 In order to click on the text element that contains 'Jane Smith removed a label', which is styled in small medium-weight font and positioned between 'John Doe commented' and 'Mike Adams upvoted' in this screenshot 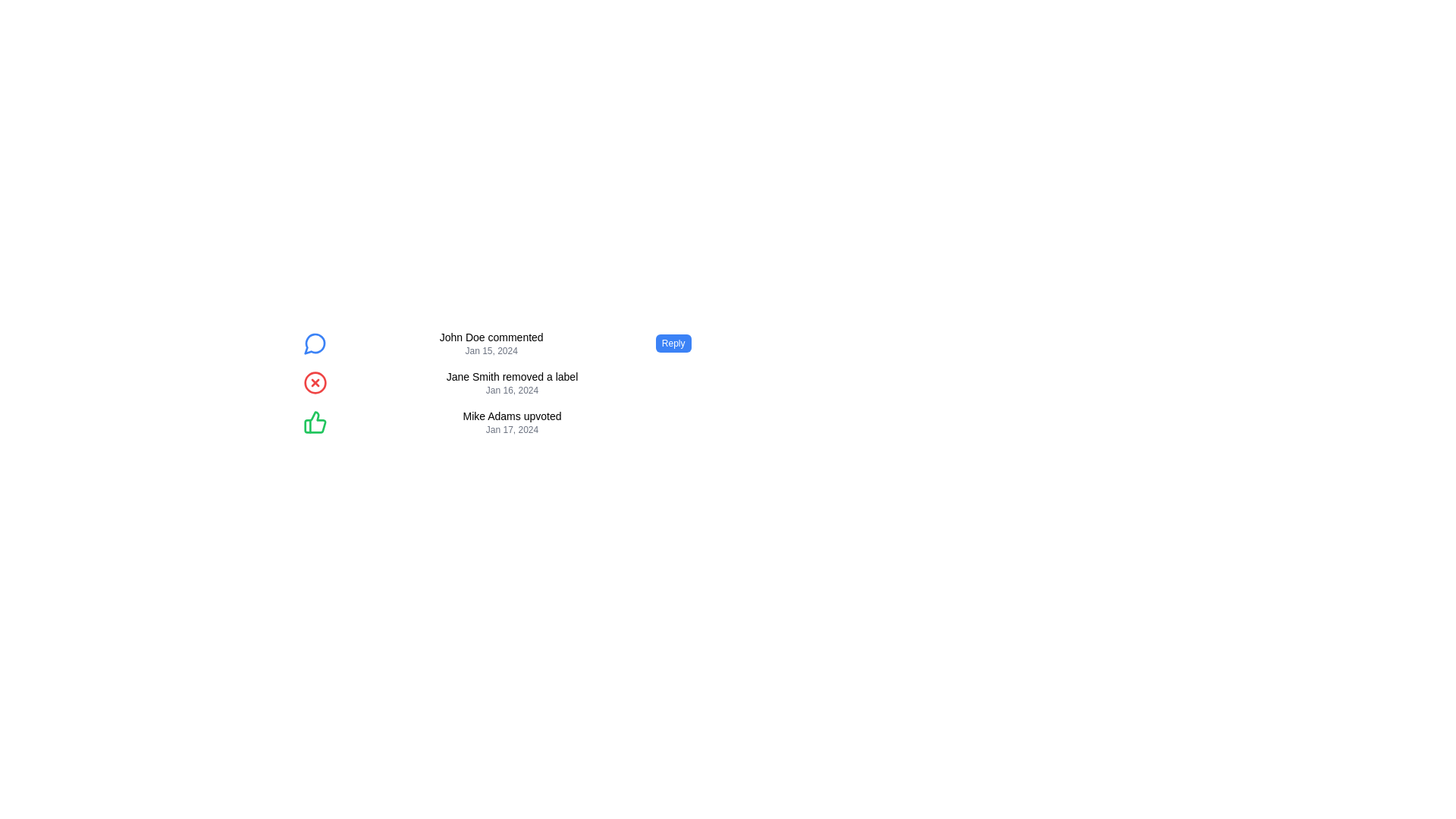, I will do `click(512, 376)`.